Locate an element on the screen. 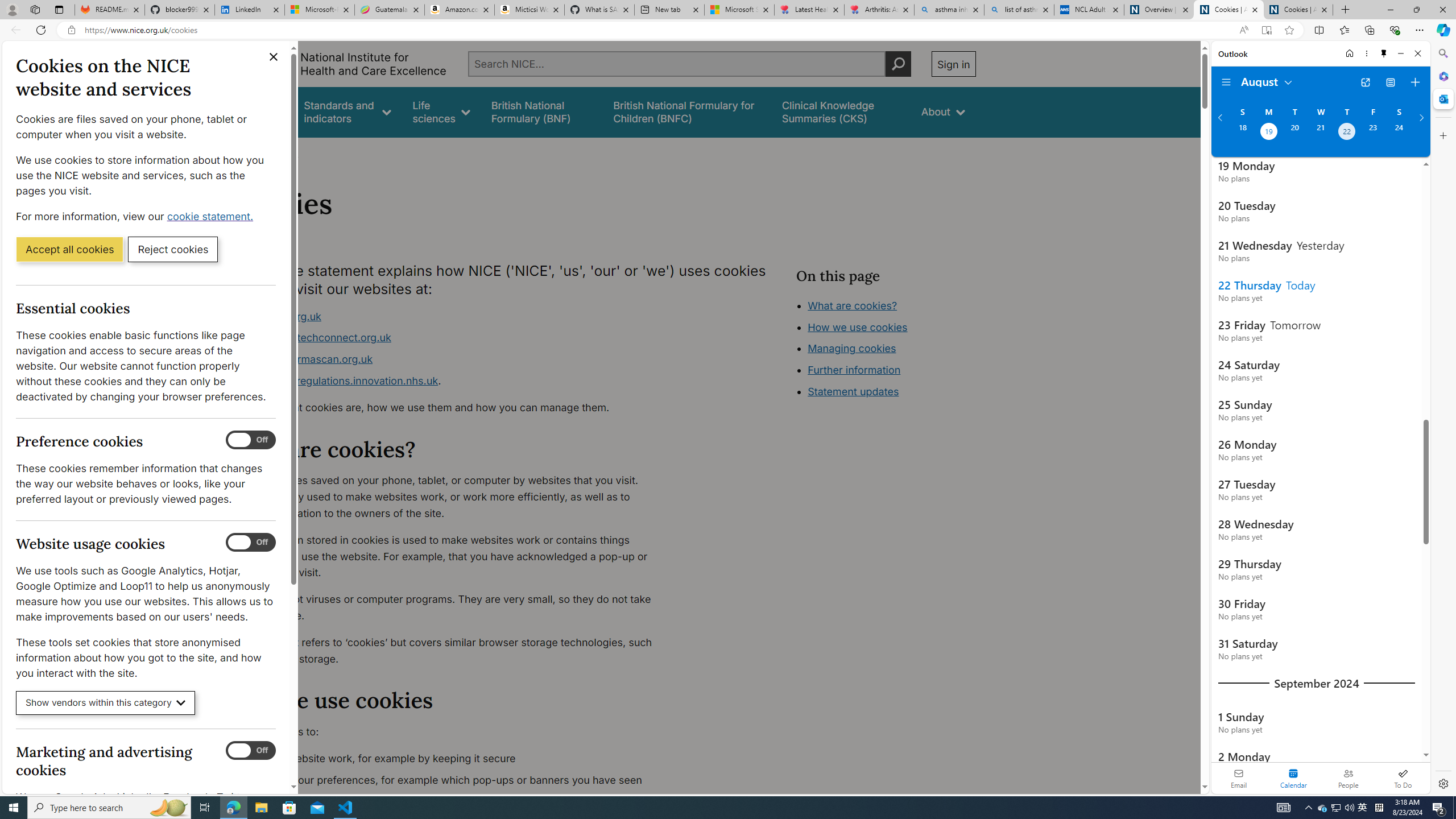 This screenshot has height=819, width=1456. 'How we use cookies' is located at coordinates (857, 326).